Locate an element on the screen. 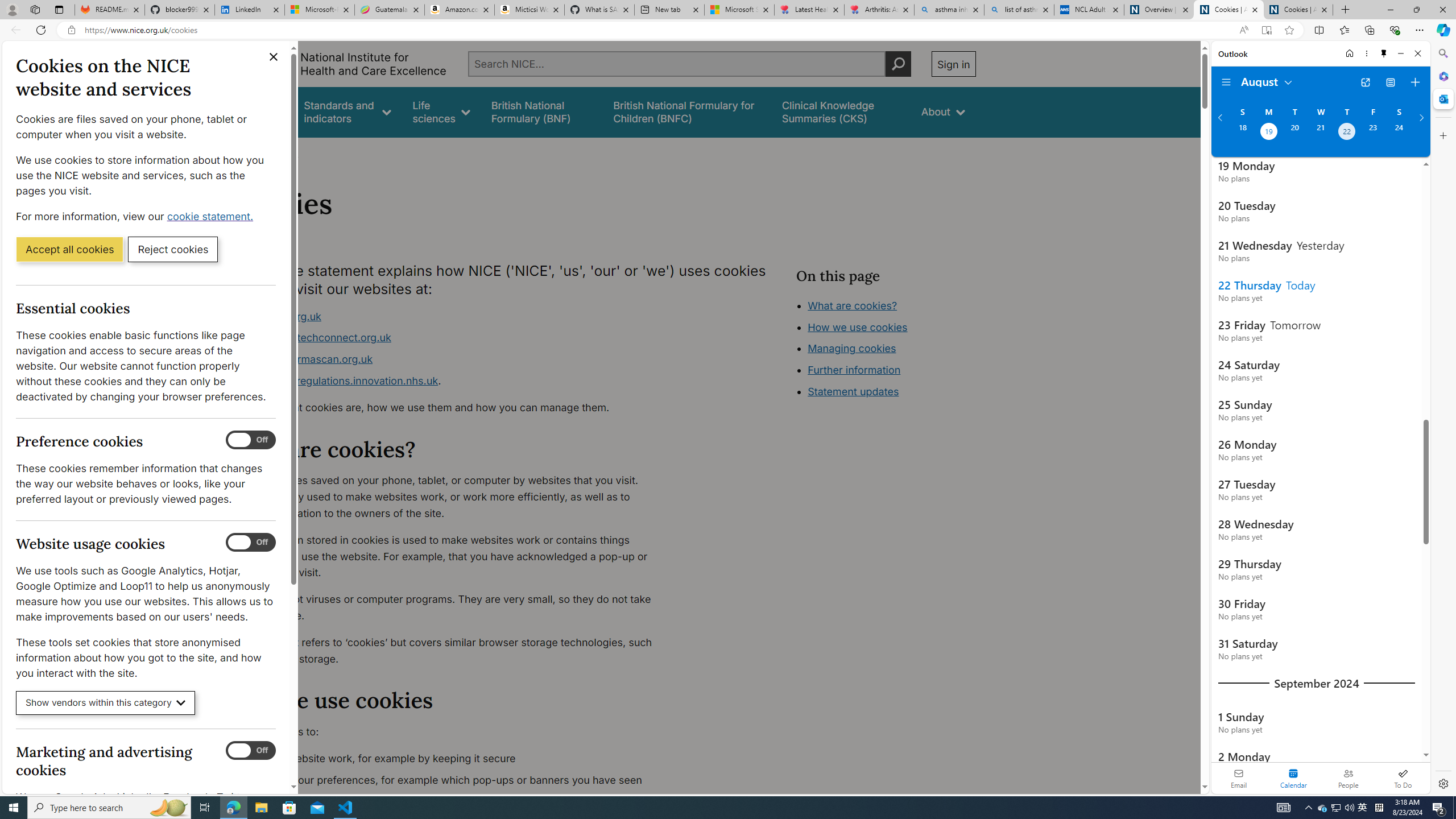 This screenshot has height=819, width=1456. 'How we use cookies' is located at coordinates (857, 326).